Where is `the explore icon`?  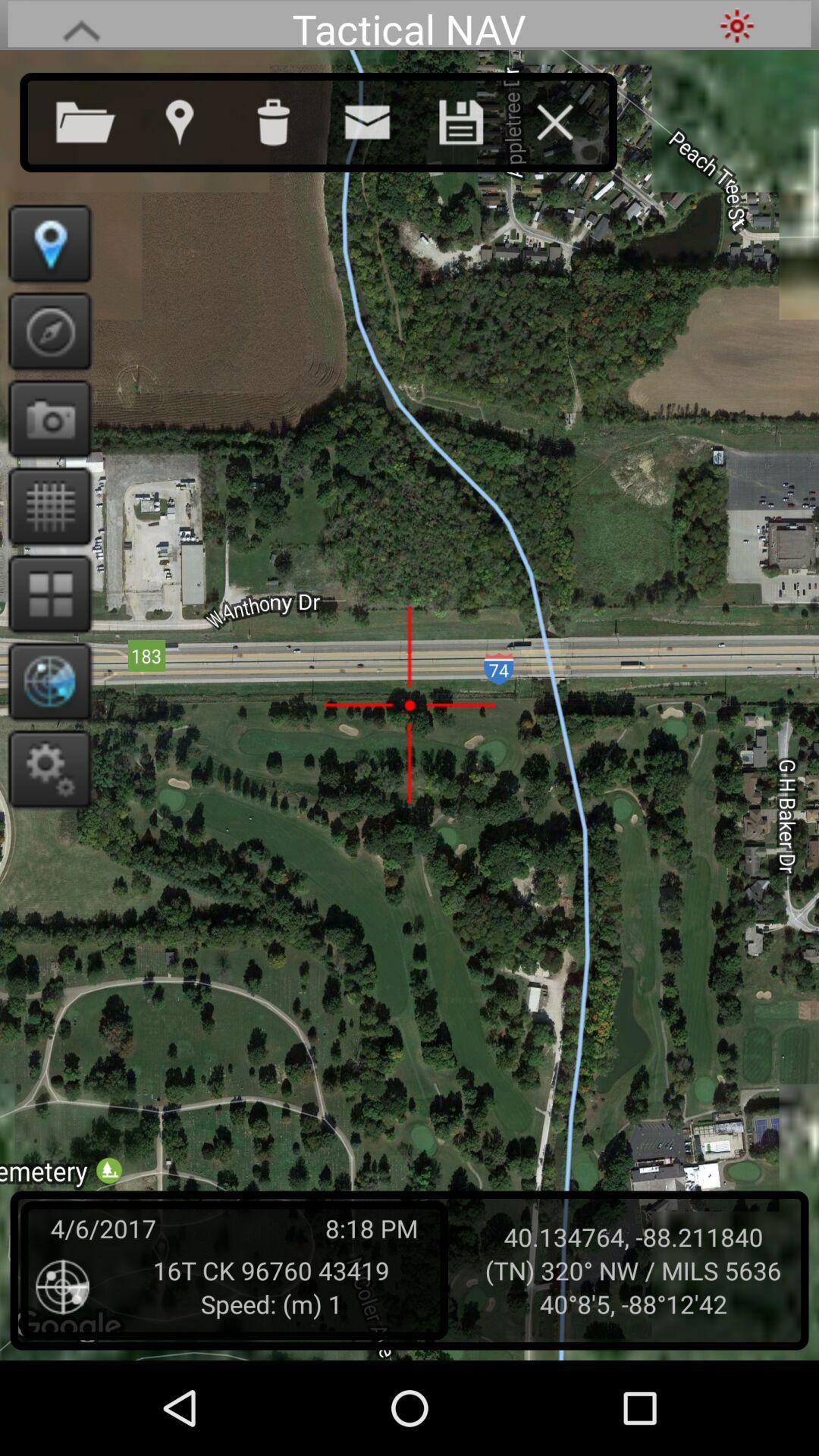 the explore icon is located at coordinates (44, 353).